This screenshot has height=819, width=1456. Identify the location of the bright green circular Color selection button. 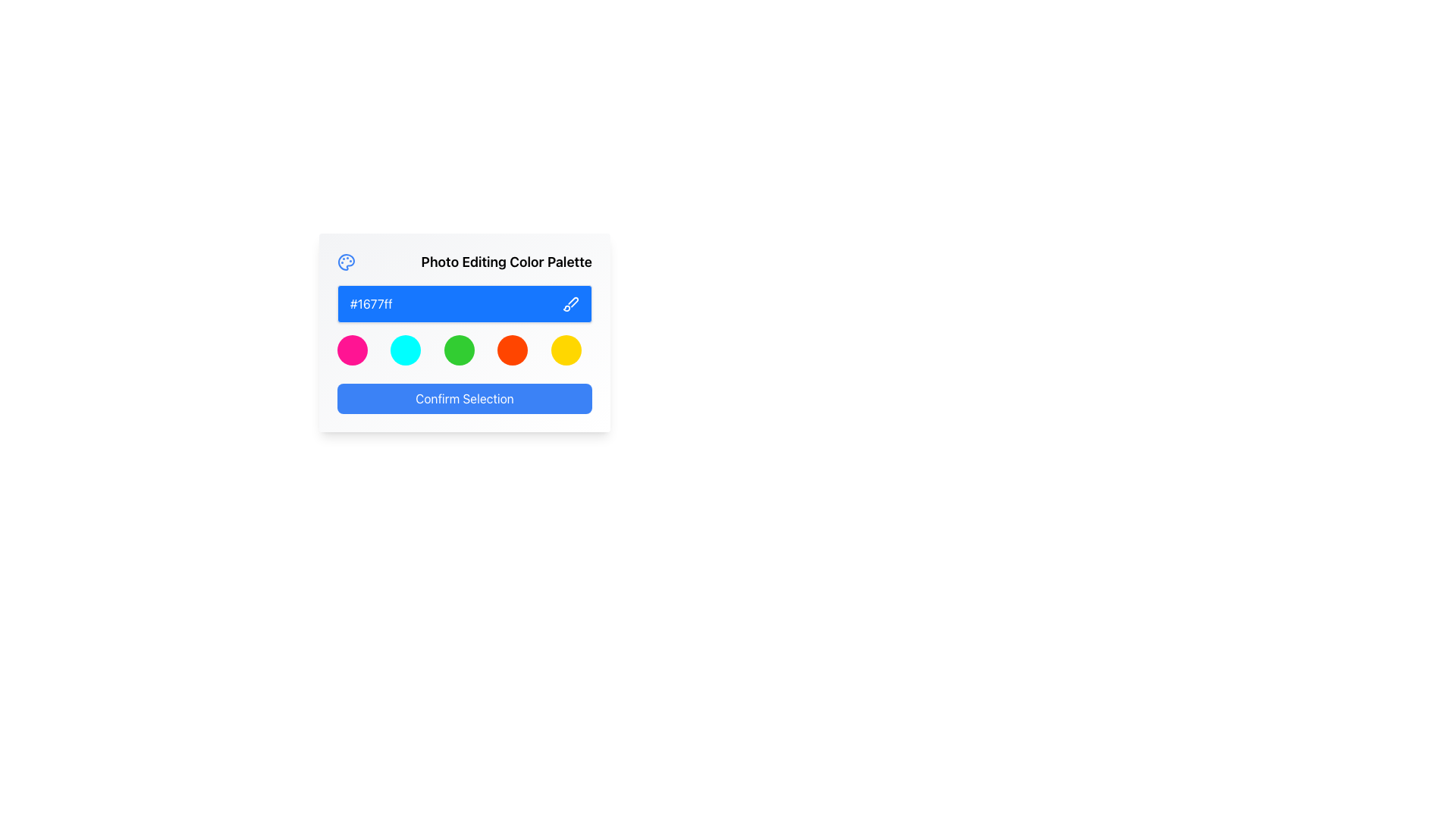
(458, 350).